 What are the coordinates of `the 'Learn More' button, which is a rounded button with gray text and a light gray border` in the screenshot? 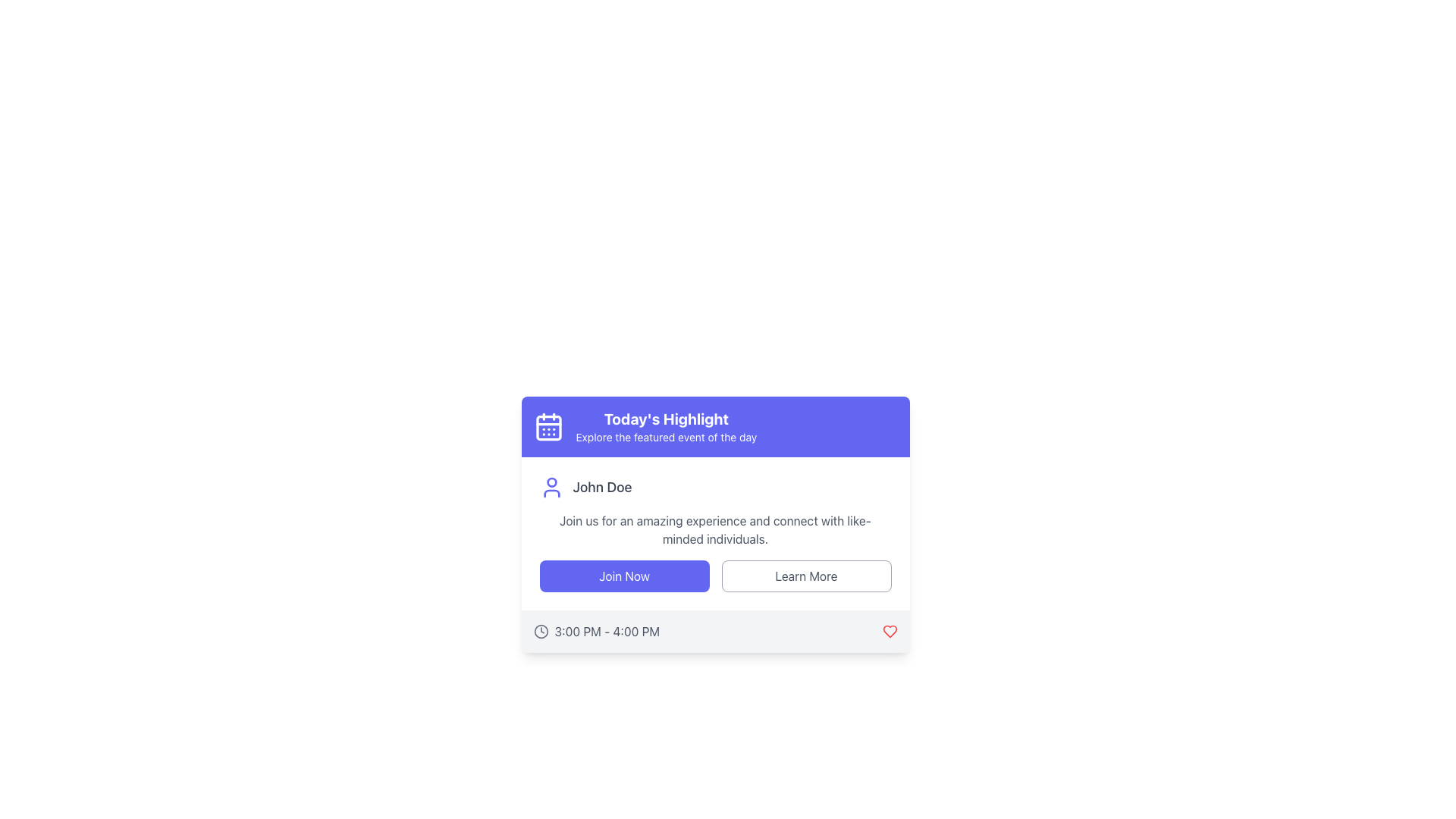 It's located at (805, 576).